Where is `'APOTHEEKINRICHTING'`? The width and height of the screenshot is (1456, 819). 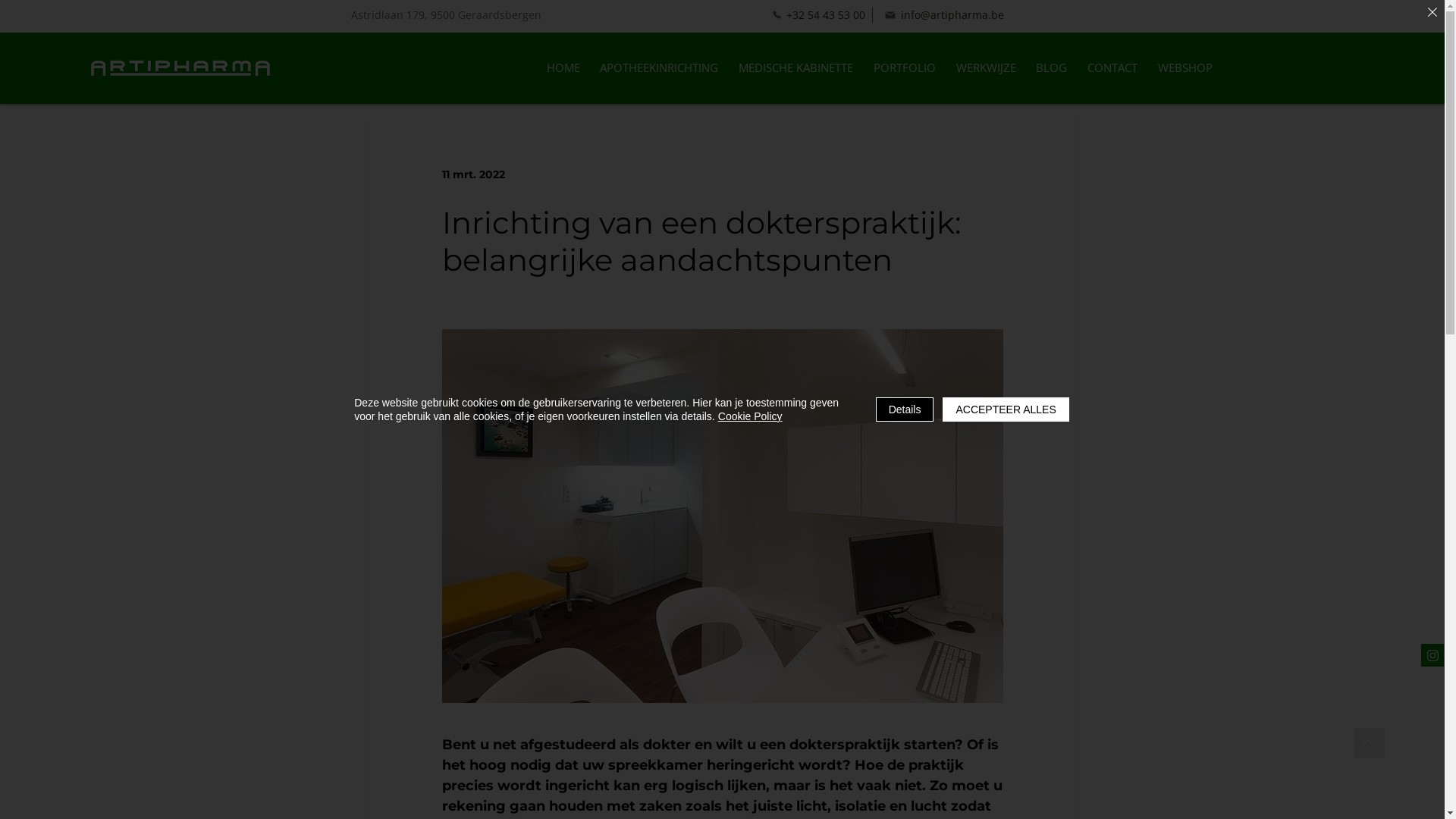 'APOTHEEKINRICHTING' is located at coordinates (659, 67).